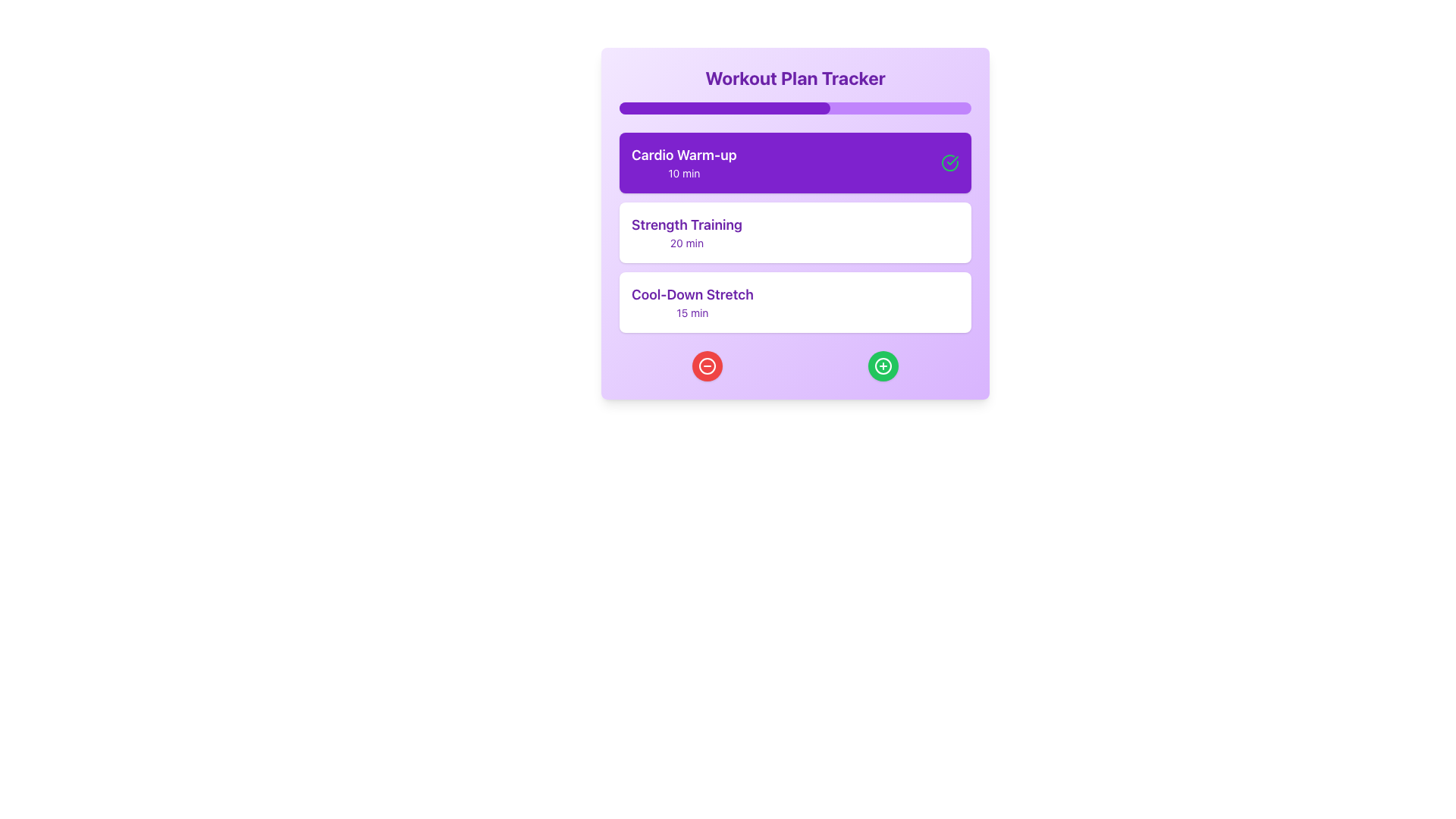 The width and height of the screenshot is (1456, 819). Describe the element at coordinates (795, 233) in the screenshot. I see `the 'Strength Training' list item card, which is the second card in the 'Workout Plan Tracker' section` at that location.